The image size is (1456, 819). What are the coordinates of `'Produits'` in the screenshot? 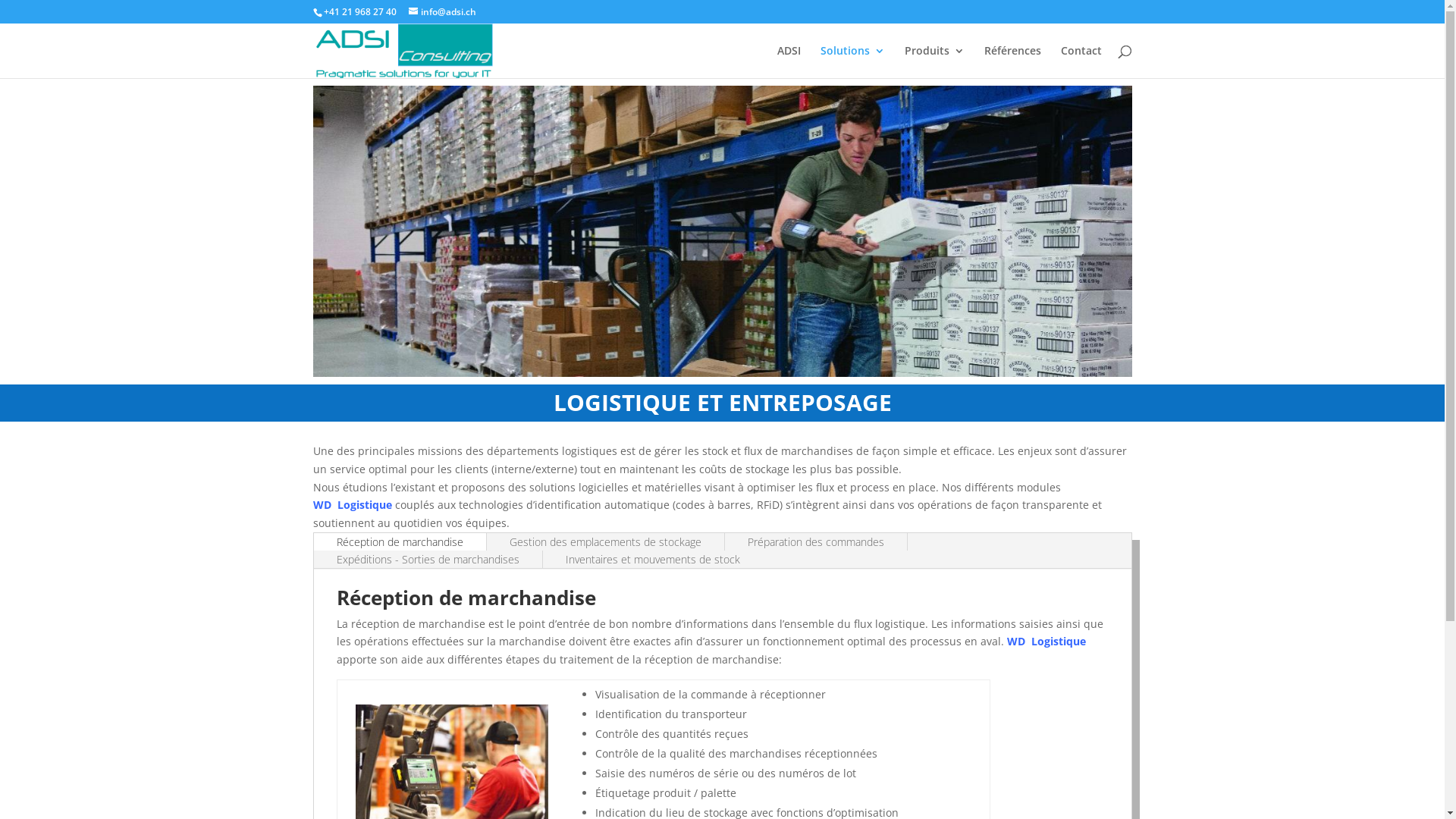 It's located at (933, 61).